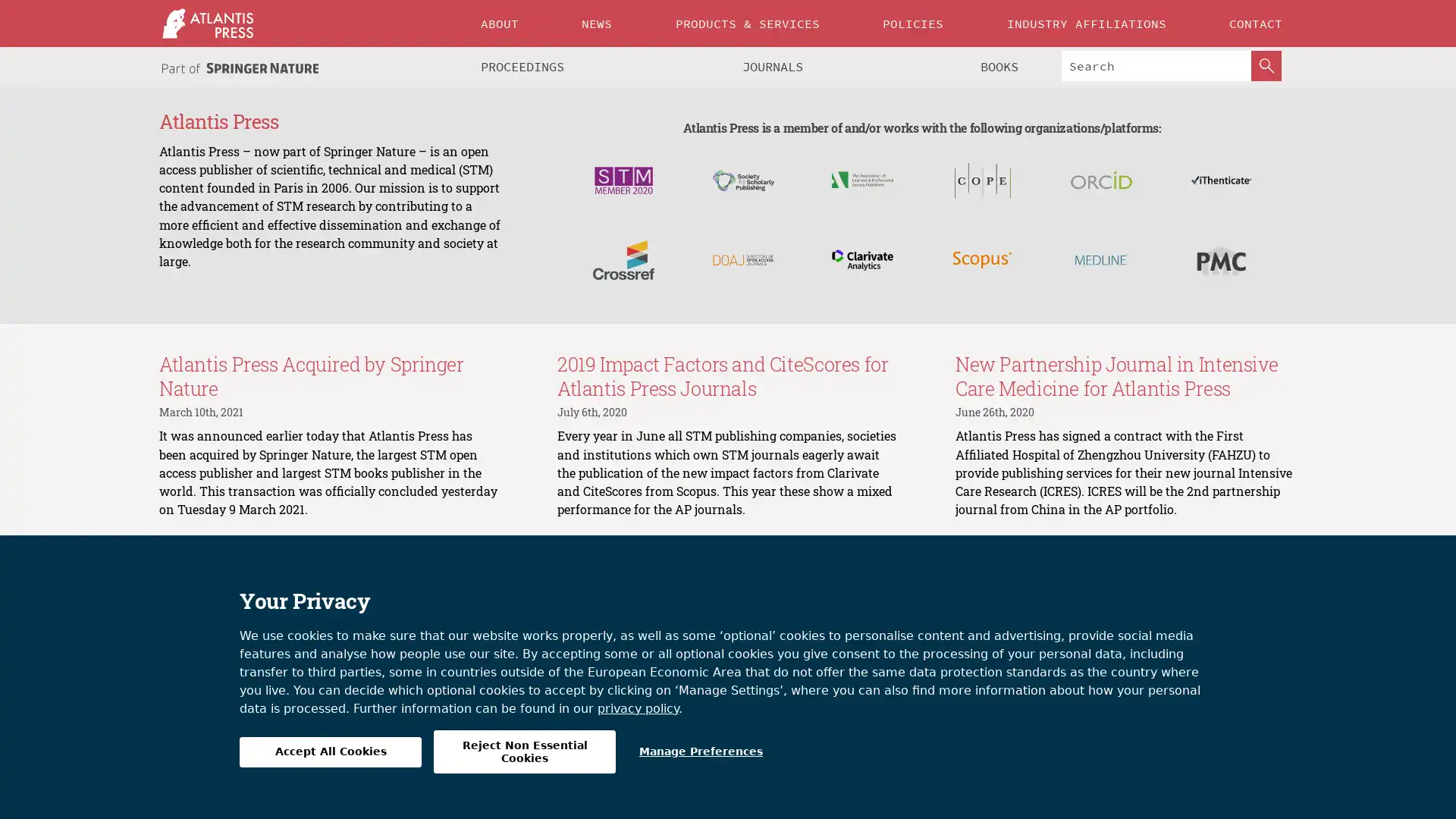 The image size is (1456, 819). What do you see at coordinates (330, 752) in the screenshot?
I see `Accept All Cookies` at bounding box center [330, 752].